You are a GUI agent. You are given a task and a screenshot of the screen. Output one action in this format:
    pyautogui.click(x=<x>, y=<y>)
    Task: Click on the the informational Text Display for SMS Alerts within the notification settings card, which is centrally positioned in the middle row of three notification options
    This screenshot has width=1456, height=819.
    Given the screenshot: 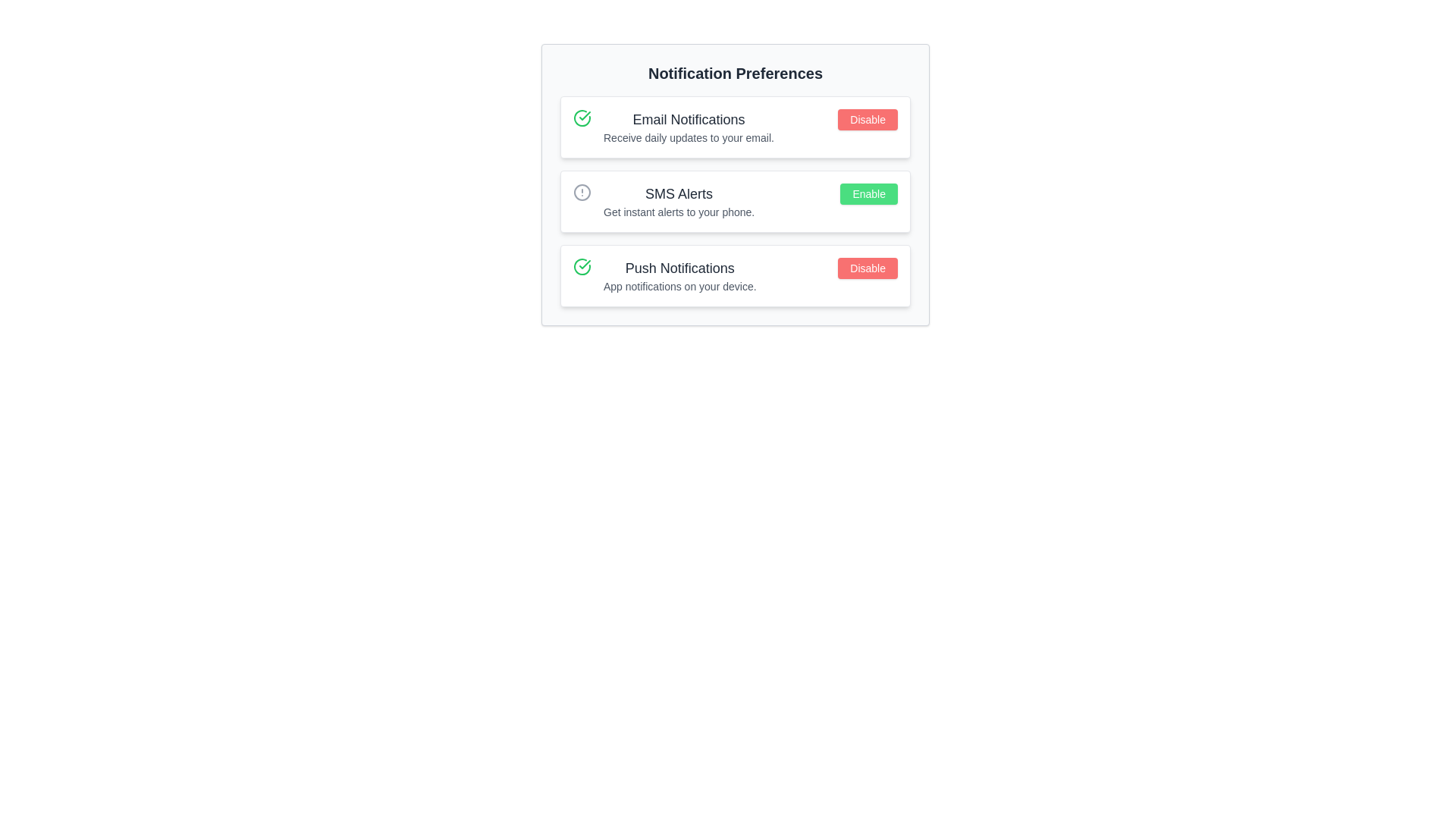 What is the action you would take?
    pyautogui.click(x=678, y=201)
    